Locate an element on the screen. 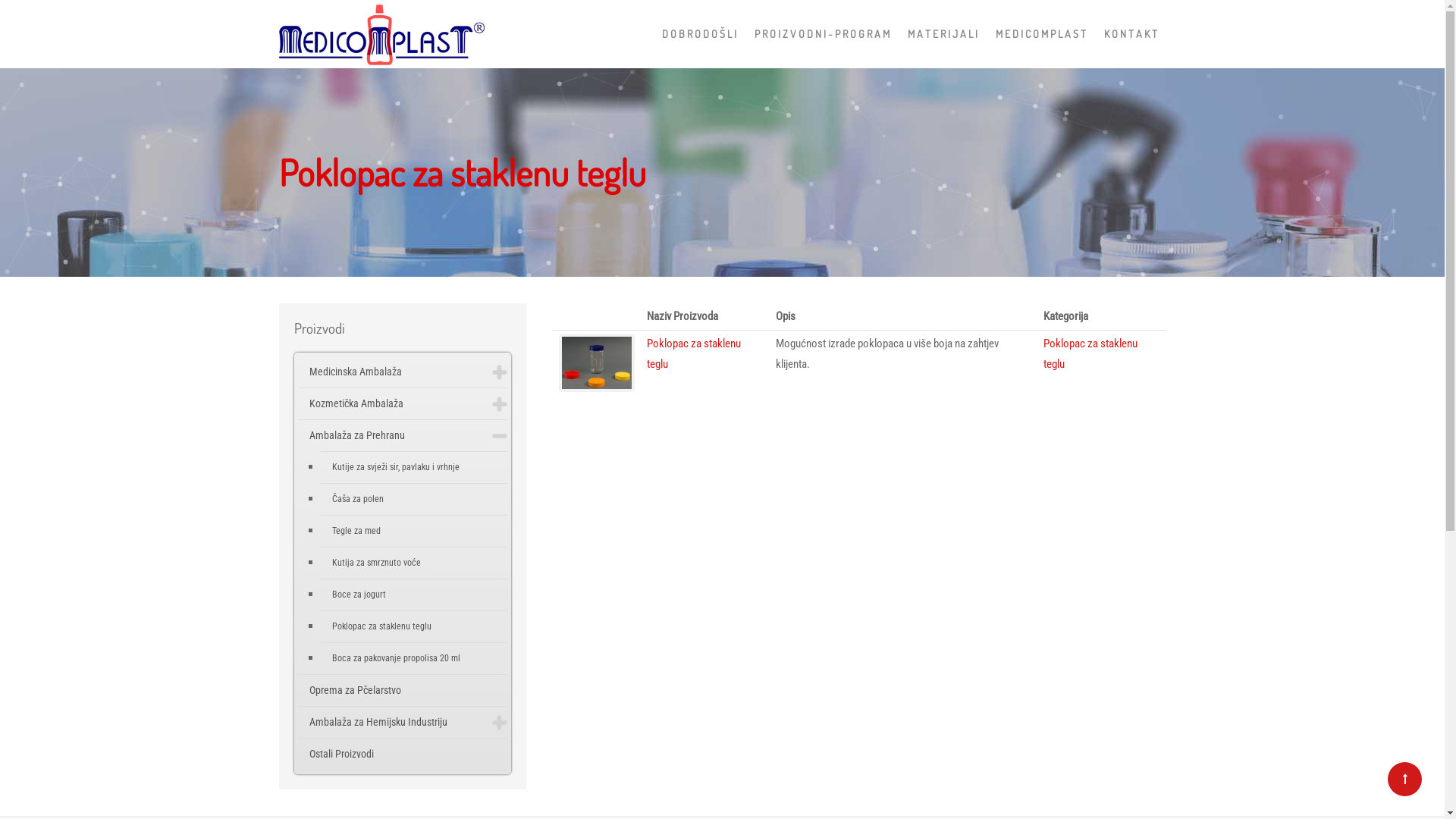  'Medicomplast' is located at coordinates (279, 30).